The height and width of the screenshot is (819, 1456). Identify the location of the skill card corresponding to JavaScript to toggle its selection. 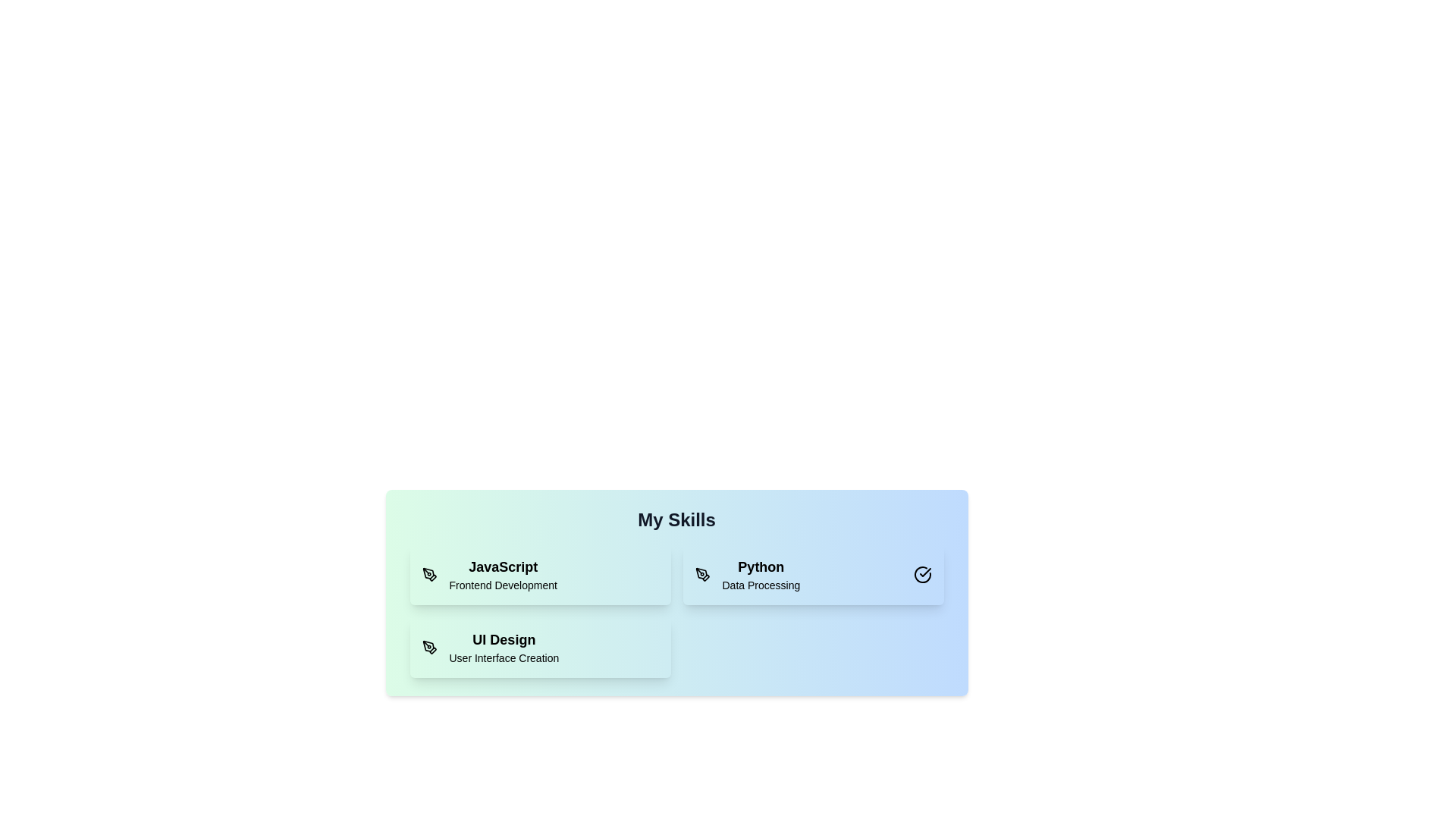
(540, 575).